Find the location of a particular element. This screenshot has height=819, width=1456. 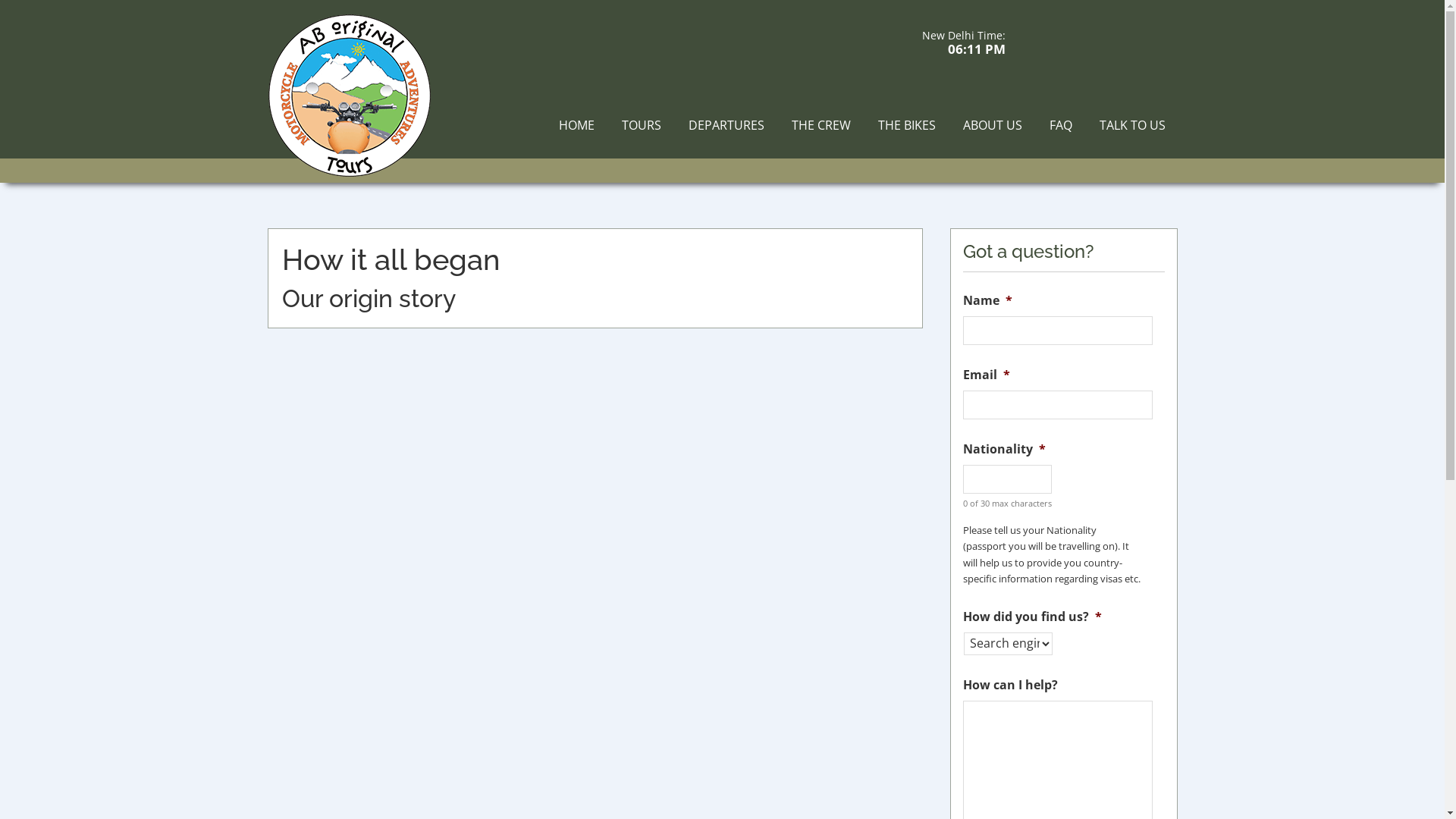

'DEPARTURES' is located at coordinates (726, 124).